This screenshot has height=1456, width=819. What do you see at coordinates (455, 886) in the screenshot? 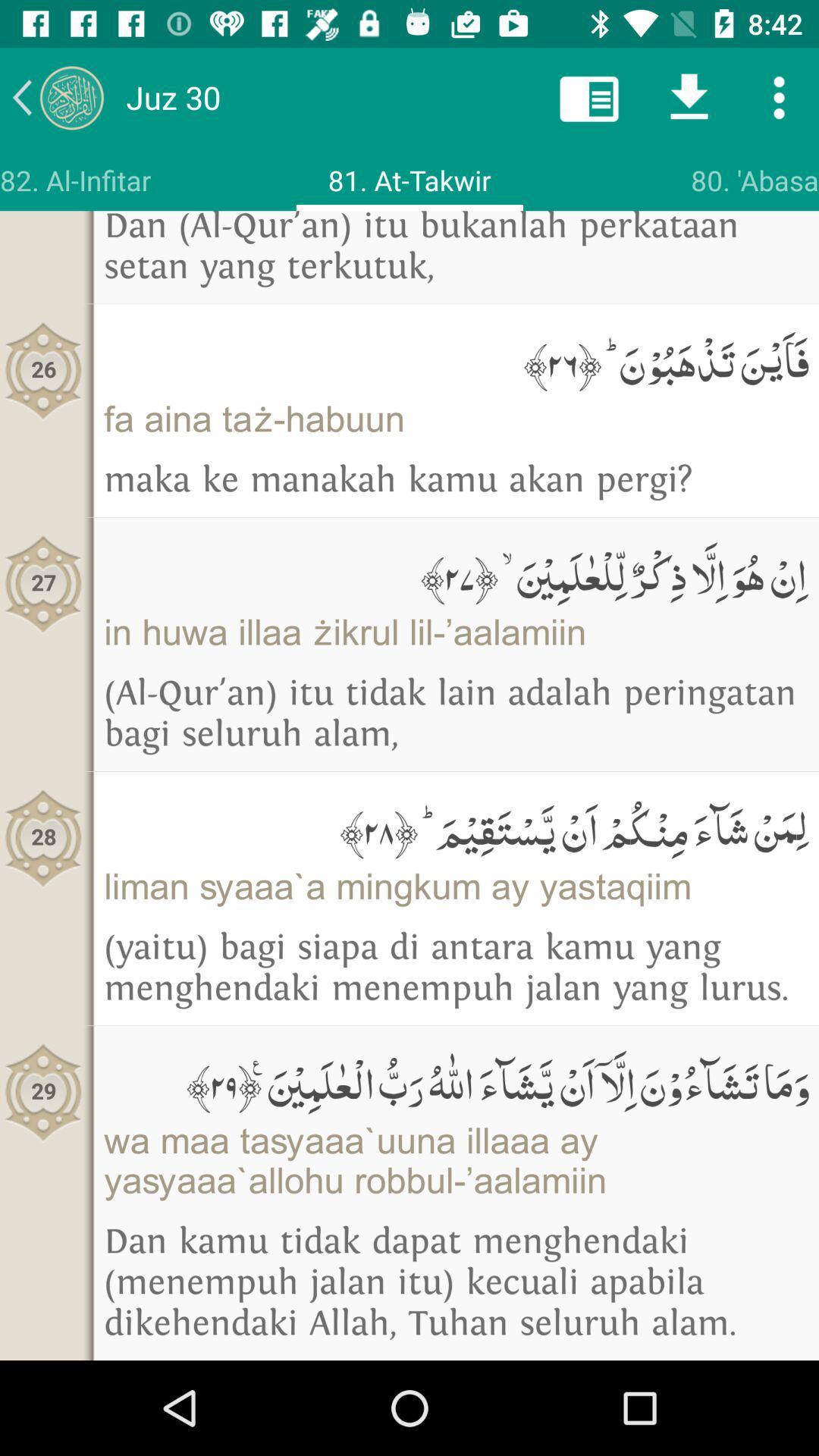
I see `the liman saaa a` at bounding box center [455, 886].